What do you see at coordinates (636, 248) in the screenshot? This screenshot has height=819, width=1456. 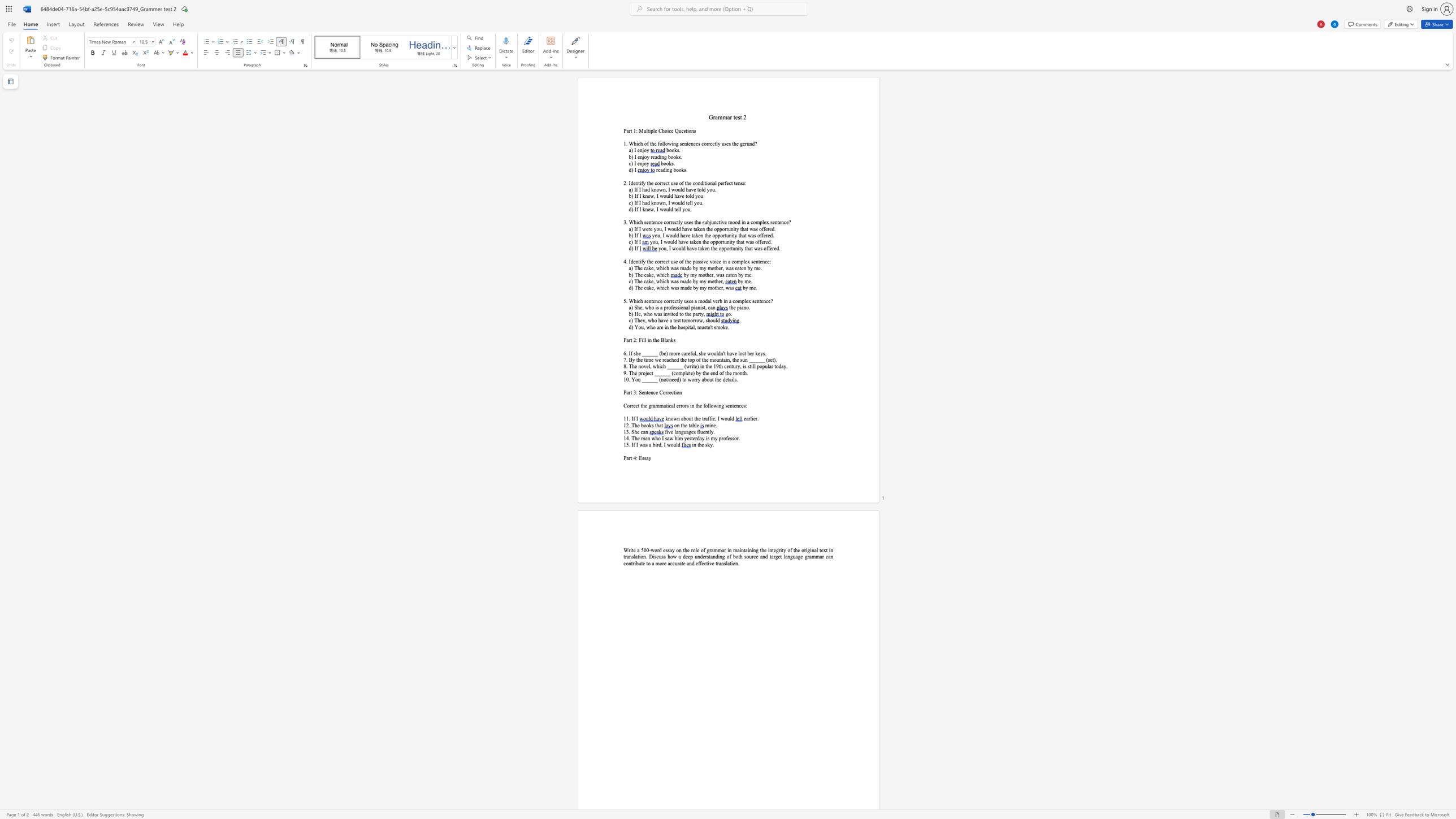 I see `the space between the continuous character "I" and "f" in the text` at bounding box center [636, 248].